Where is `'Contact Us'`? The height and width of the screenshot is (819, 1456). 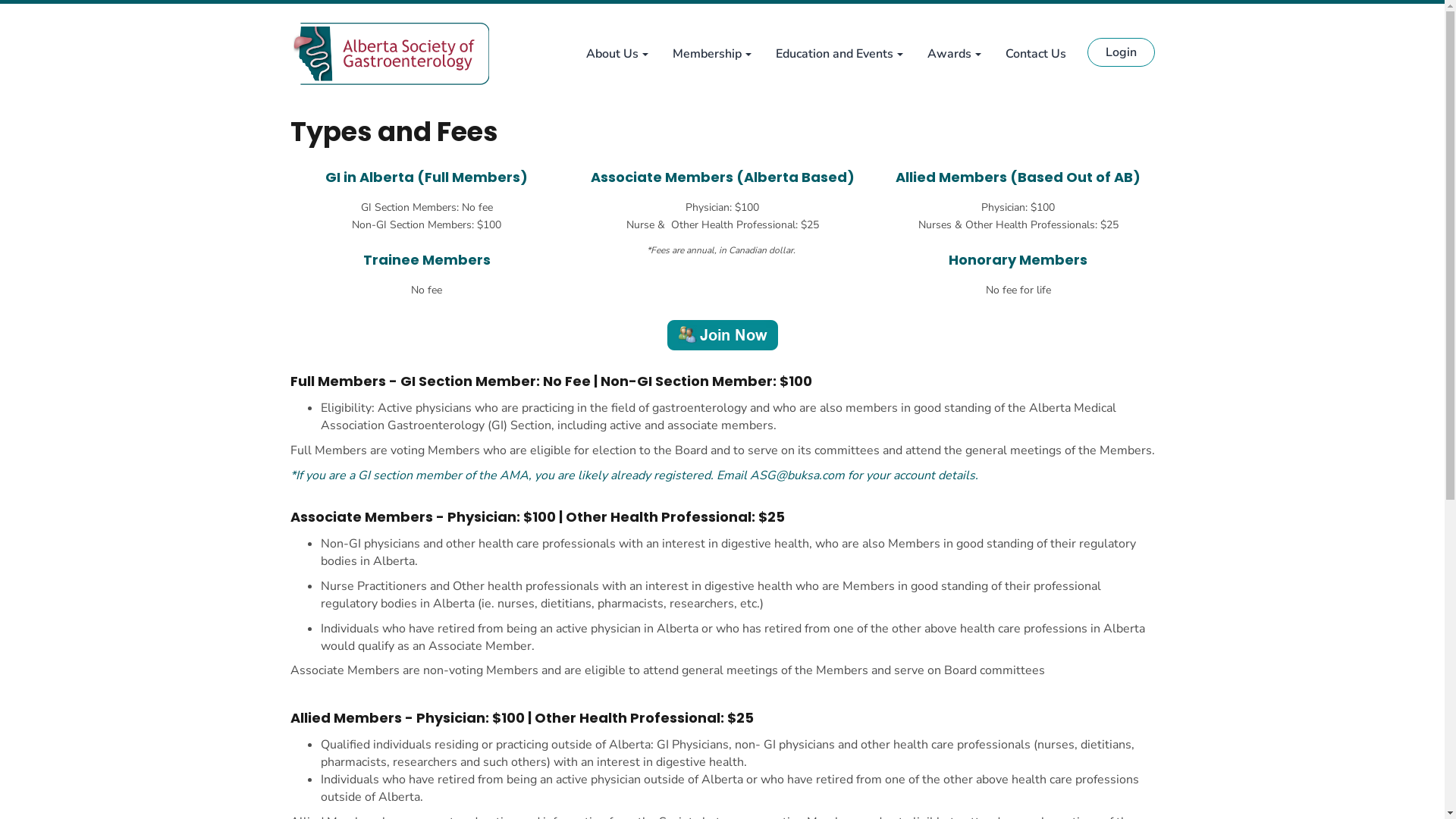
'Contact Us' is located at coordinates (993, 52).